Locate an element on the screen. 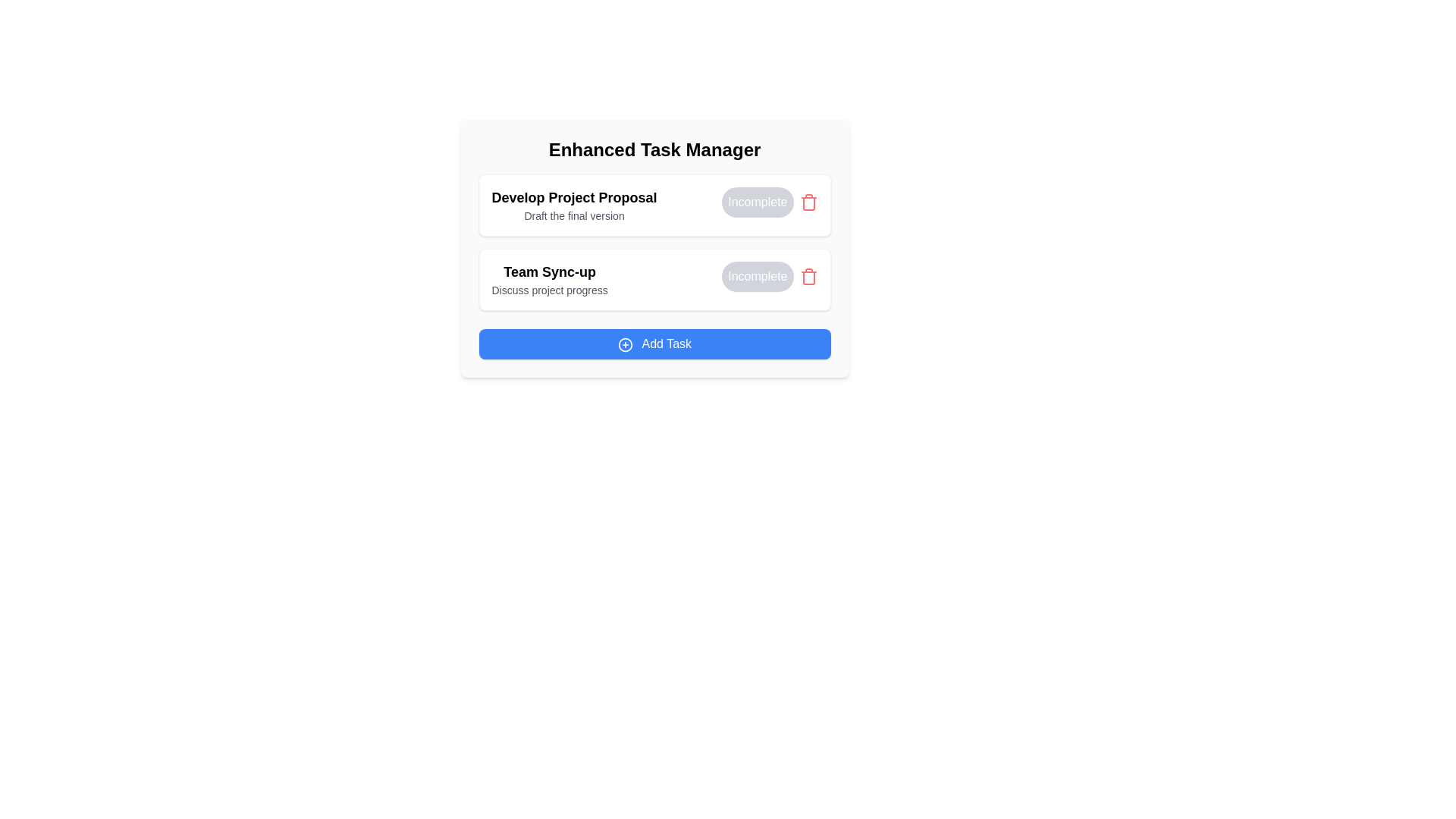  the text block containing the task title and subtitle located in the second item of the vertical task list under 'Develop Project Proposal' is located at coordinates (549, 280).